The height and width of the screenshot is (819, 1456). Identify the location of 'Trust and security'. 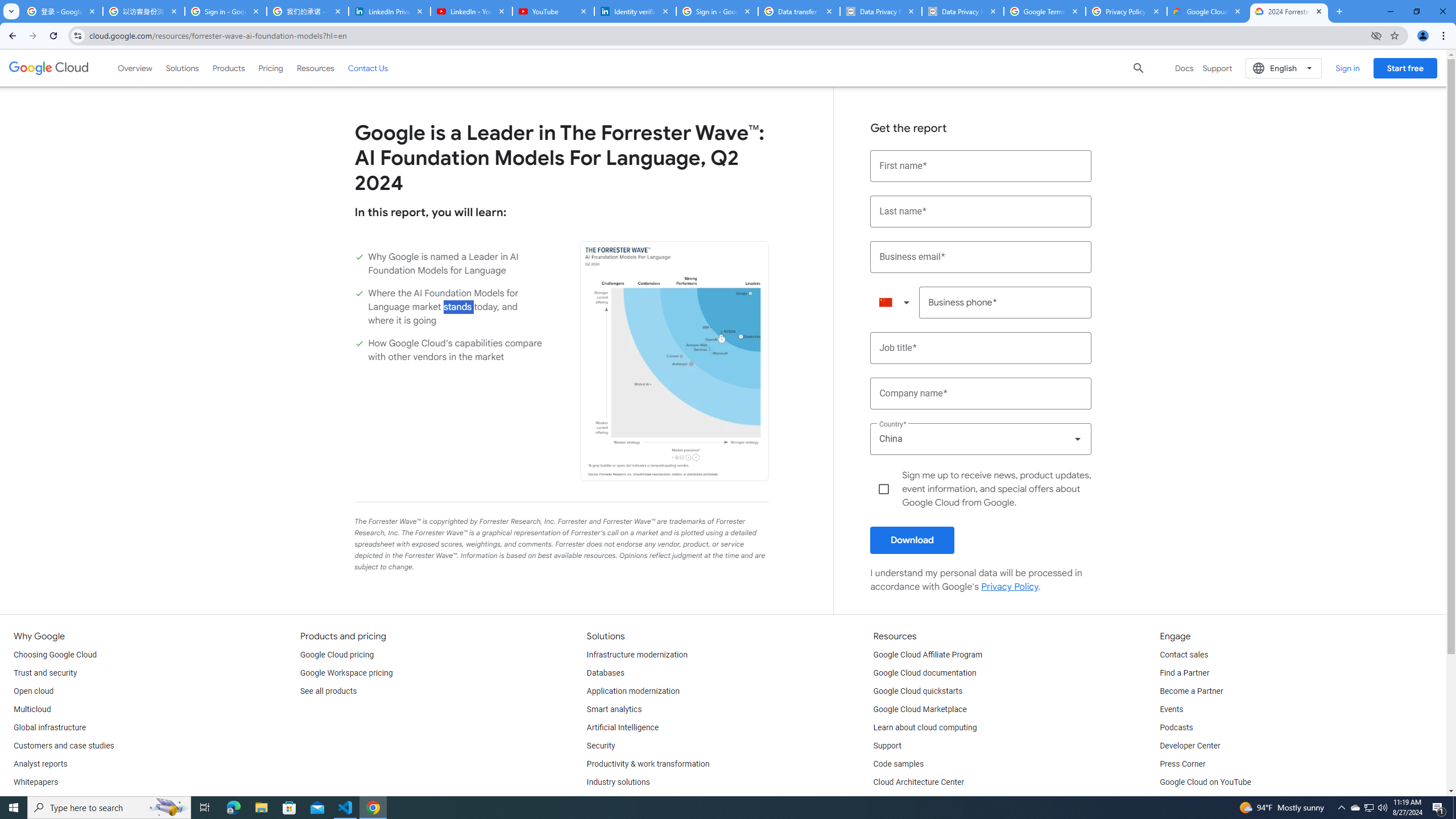
(44, 673).